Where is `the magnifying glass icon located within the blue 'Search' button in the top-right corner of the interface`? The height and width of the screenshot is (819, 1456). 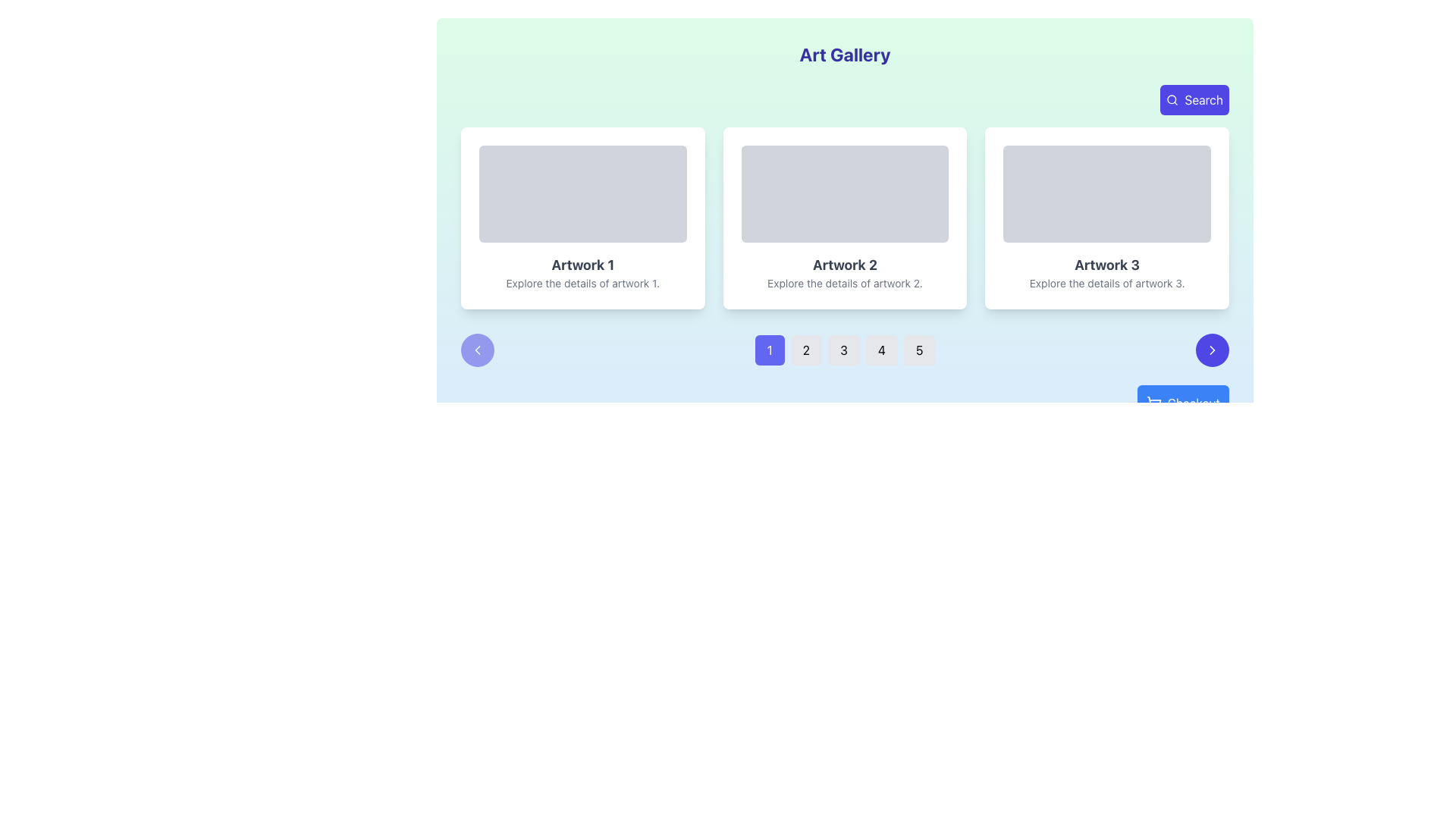
the magnifying glass icon located within the blue 'Search' button in the top-right corner of the interface is located at coordinates (1172, 99).